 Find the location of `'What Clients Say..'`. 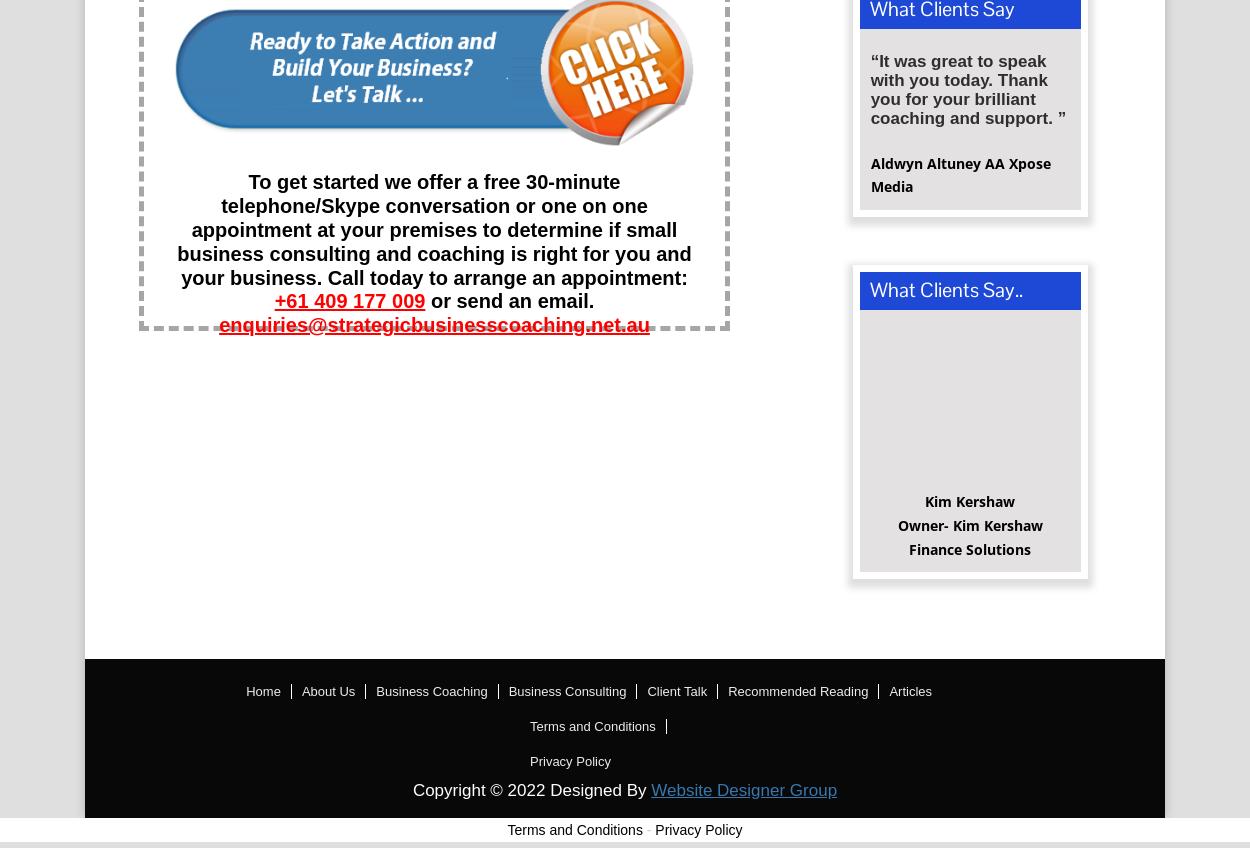

'What Clients Say..' is located at coordinates (944, 296).